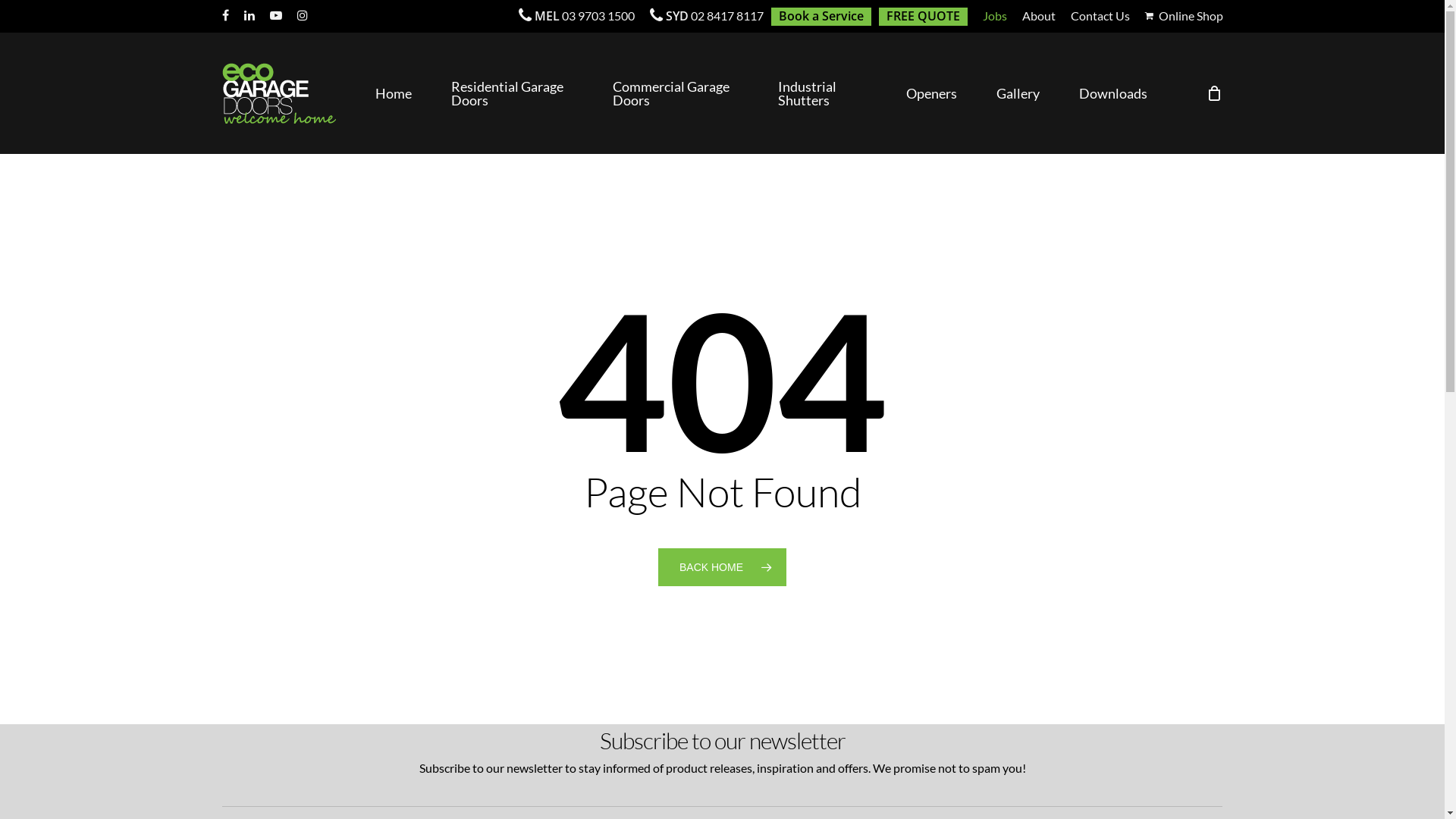  Describe the element at coordinates (1100, 17) in the screenshot. I see `'Contact Us'` at that location.